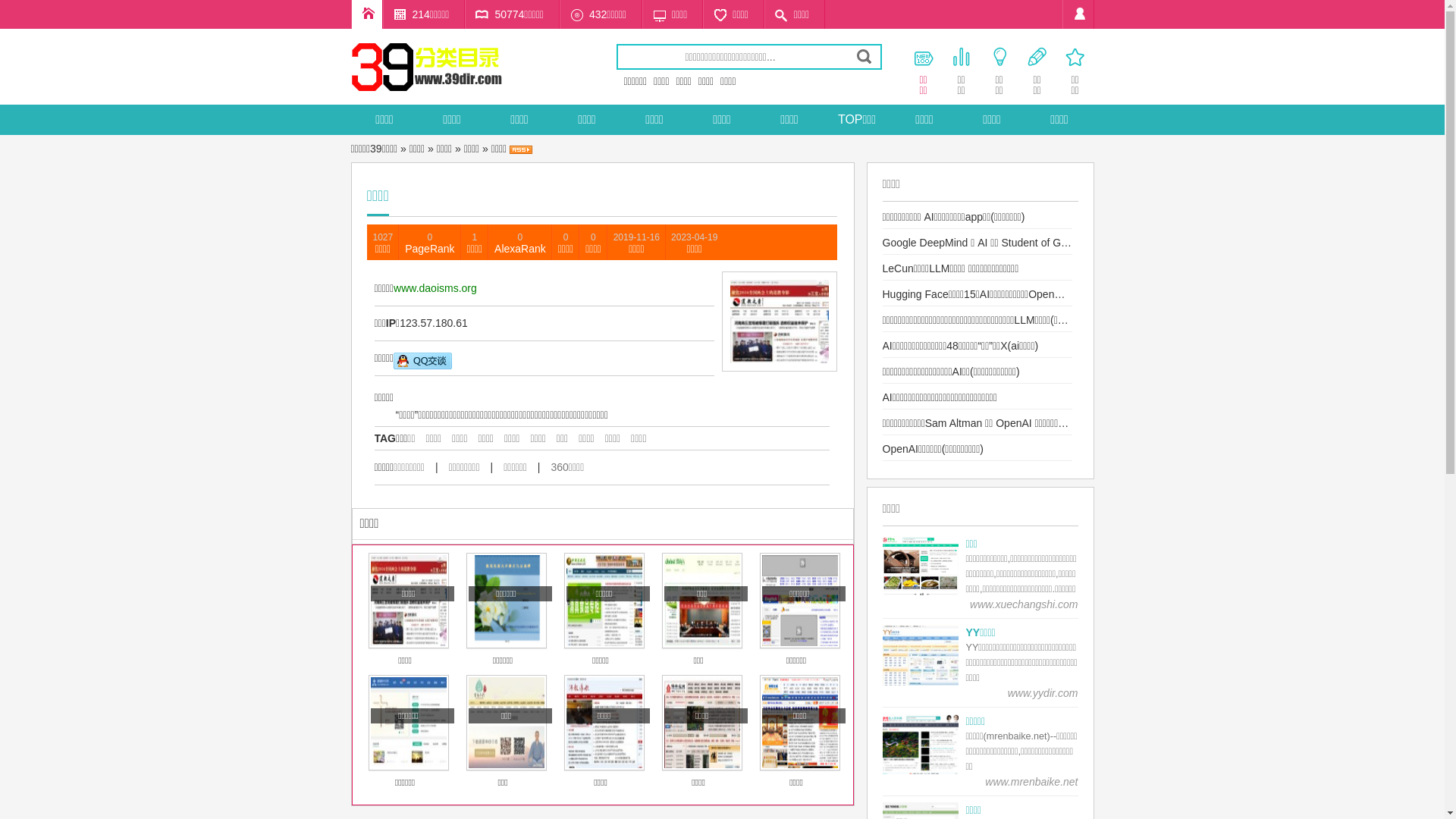 This screenshot has width=1456, height=819. I want to click on 'www.mrenbaike.net', so click(1031, 781).